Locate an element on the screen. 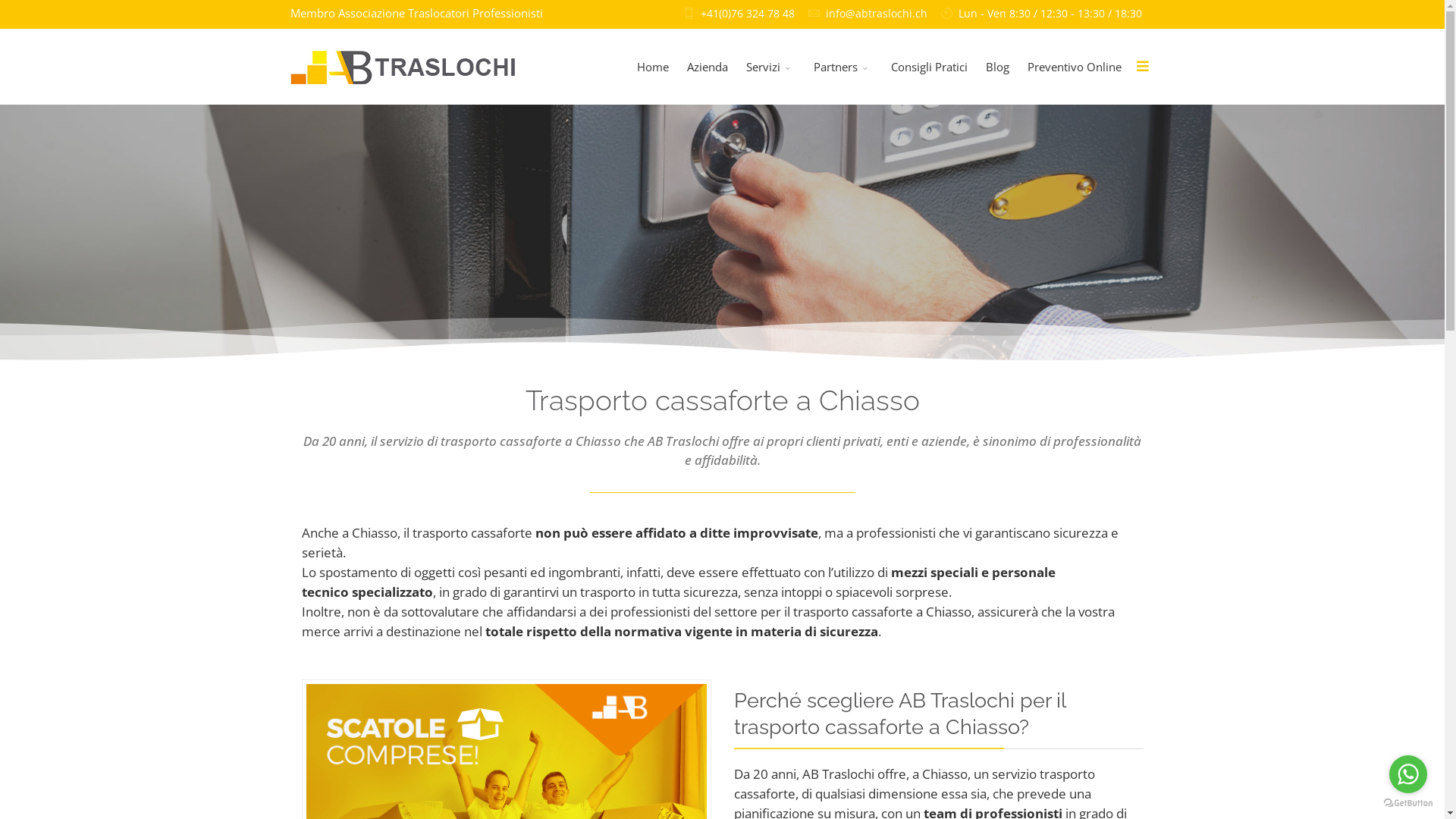 This screenshot has height=819, width=1456. '+41(0)76 324 78 48' is located at coordinates (747, 14).